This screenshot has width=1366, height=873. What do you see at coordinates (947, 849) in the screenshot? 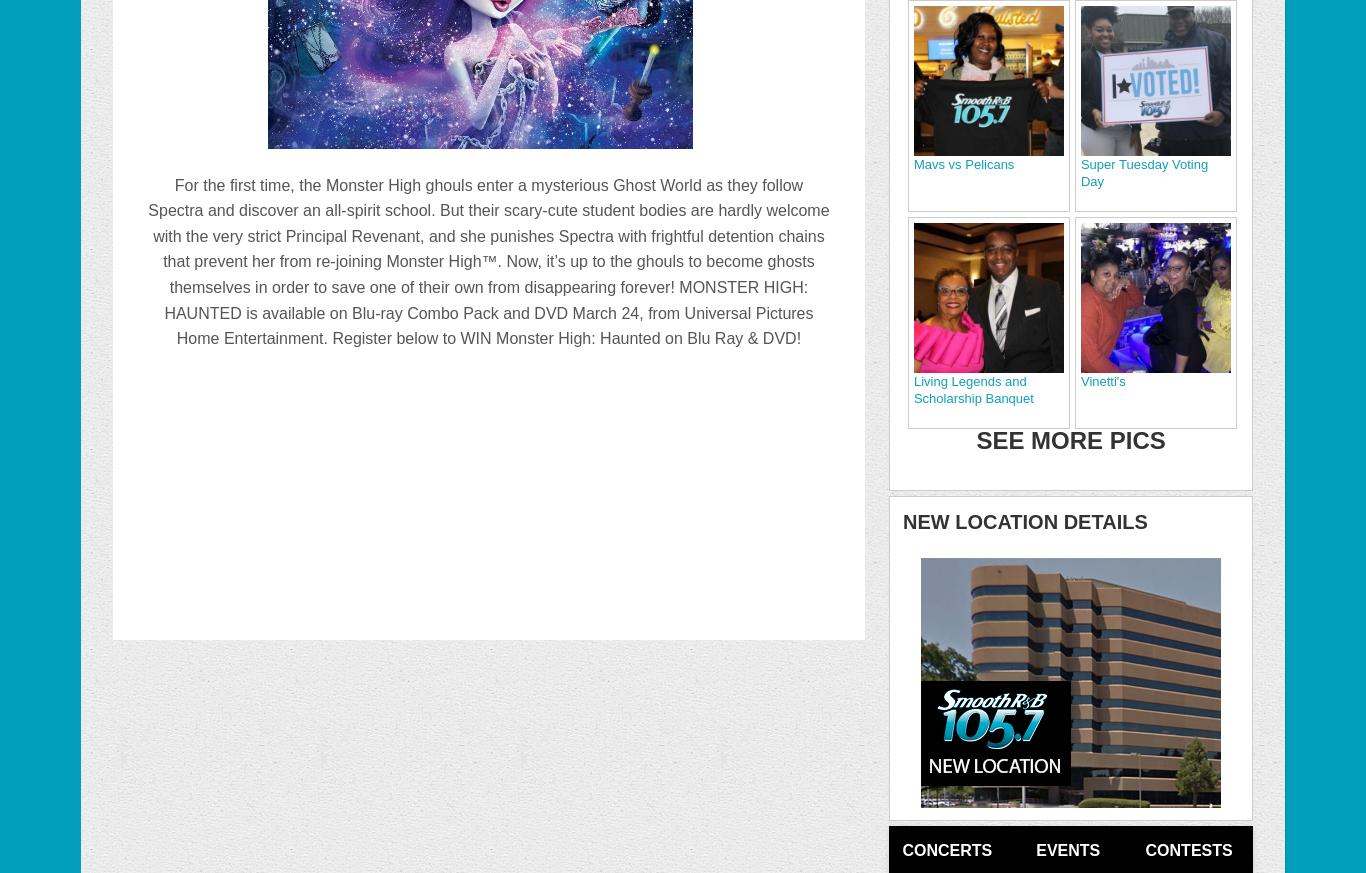
I see `'CONCERTS'` at bounding box center [947, 849].